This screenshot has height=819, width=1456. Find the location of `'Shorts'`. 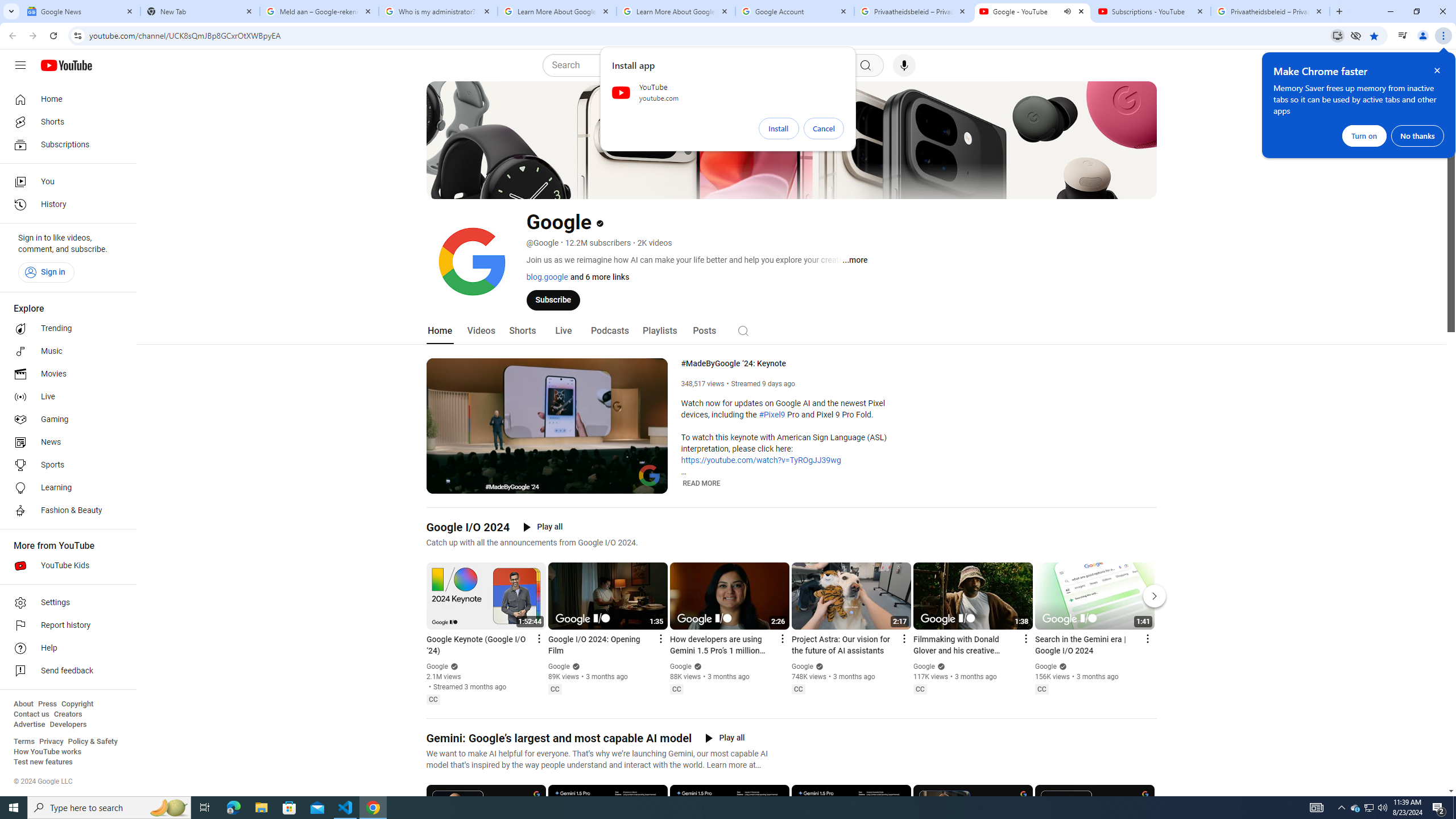

'Shorts' is located at coordinates (522, 330).